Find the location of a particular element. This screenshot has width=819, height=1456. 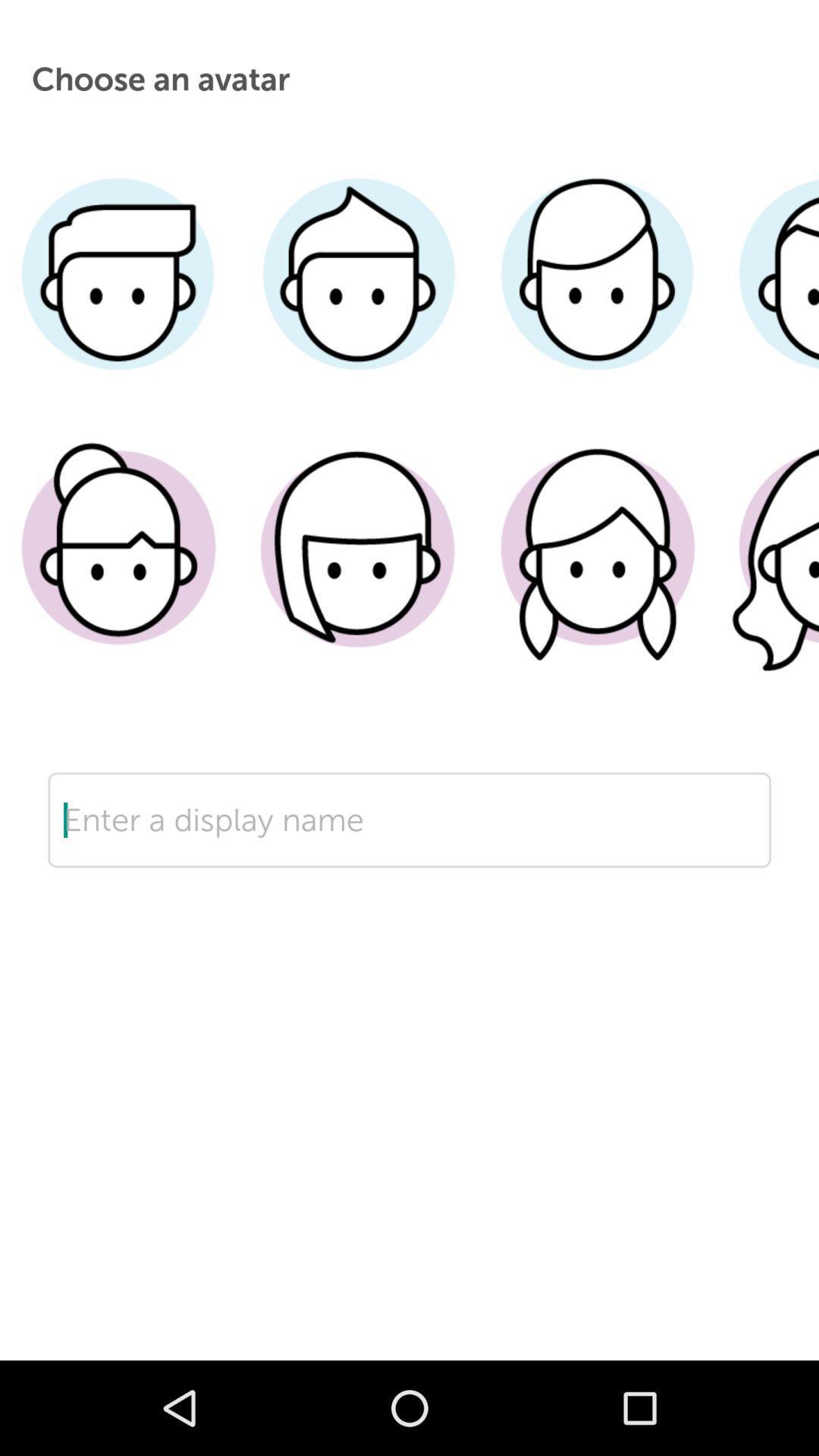

choose this avatar is located at coordinates (118, 570).